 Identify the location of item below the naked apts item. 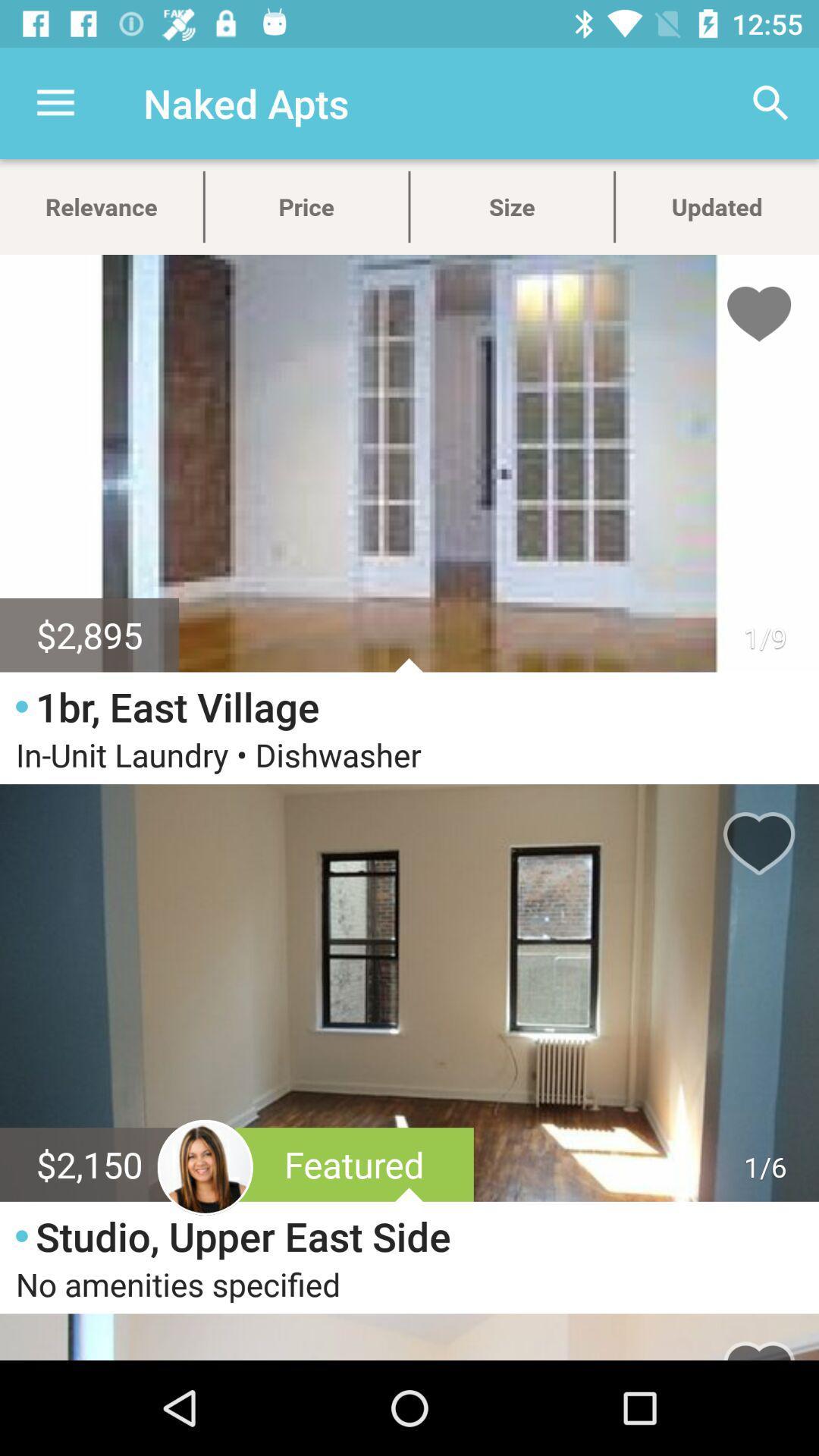
(306, 206).